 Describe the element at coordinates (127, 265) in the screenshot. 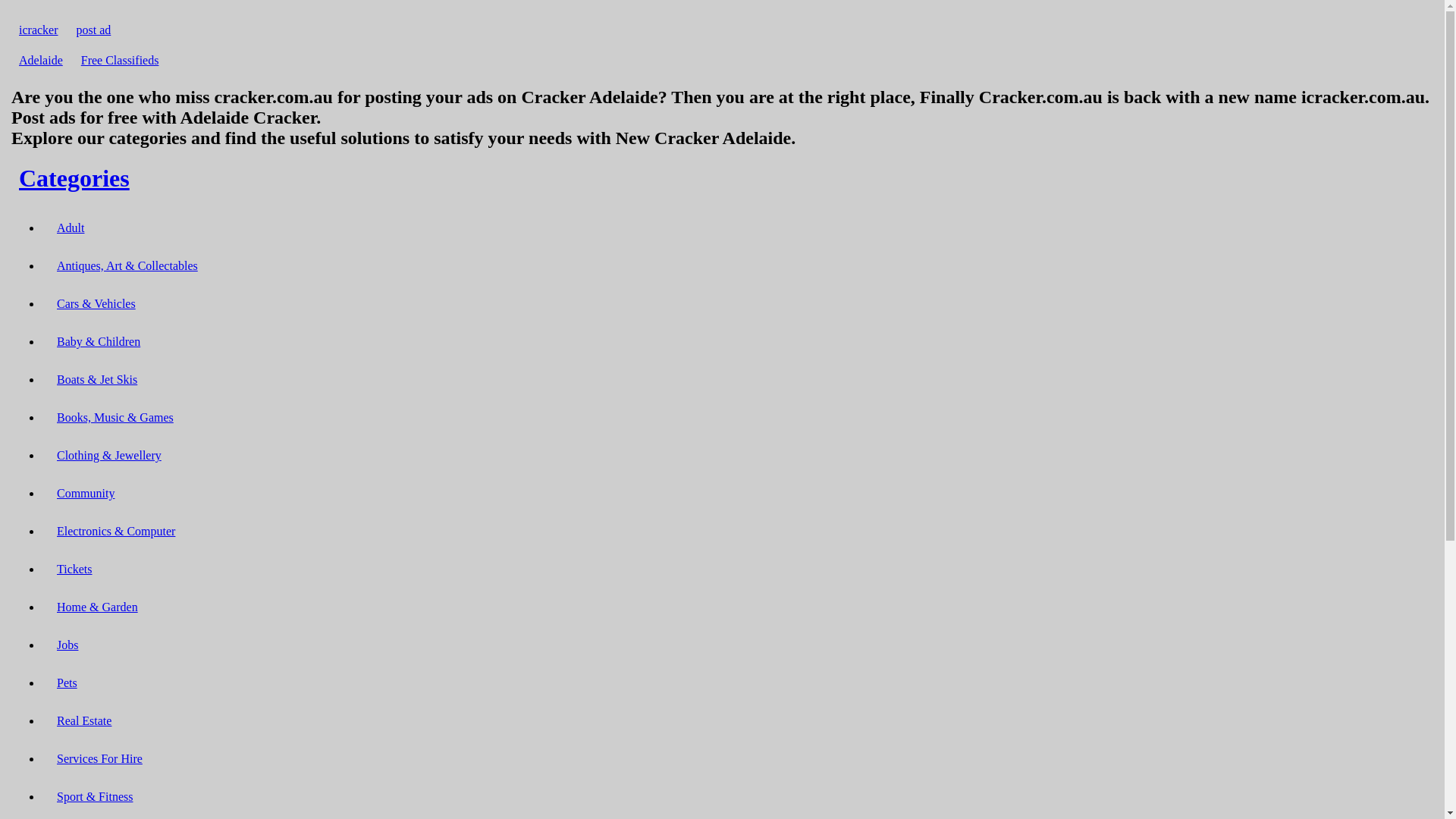

I see `'Antiques, Art & Collectables'` at that location.